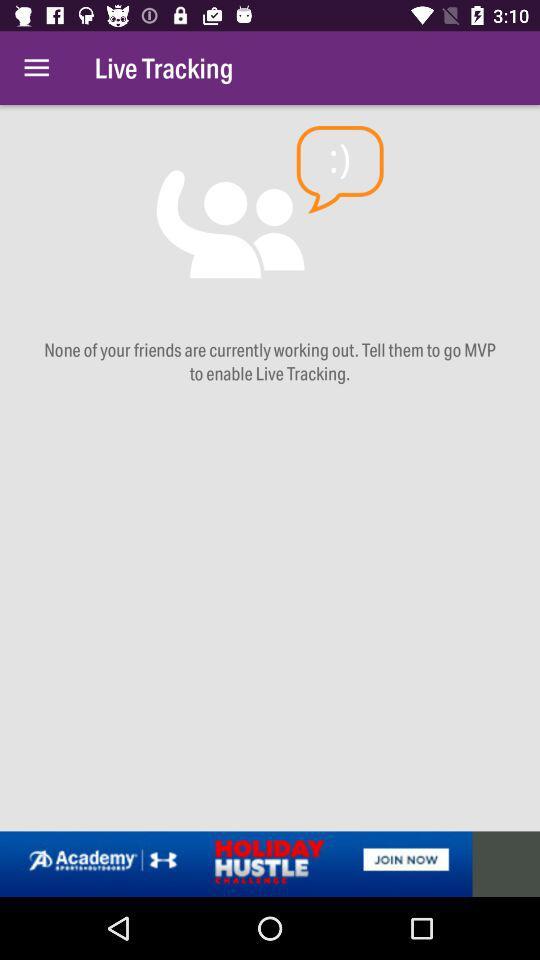 Image resolution: width=540 pixels, height=960 pixels. Describe the element at coordinates (270, 863) in the screenshot. I see `advertisement page` at that location.